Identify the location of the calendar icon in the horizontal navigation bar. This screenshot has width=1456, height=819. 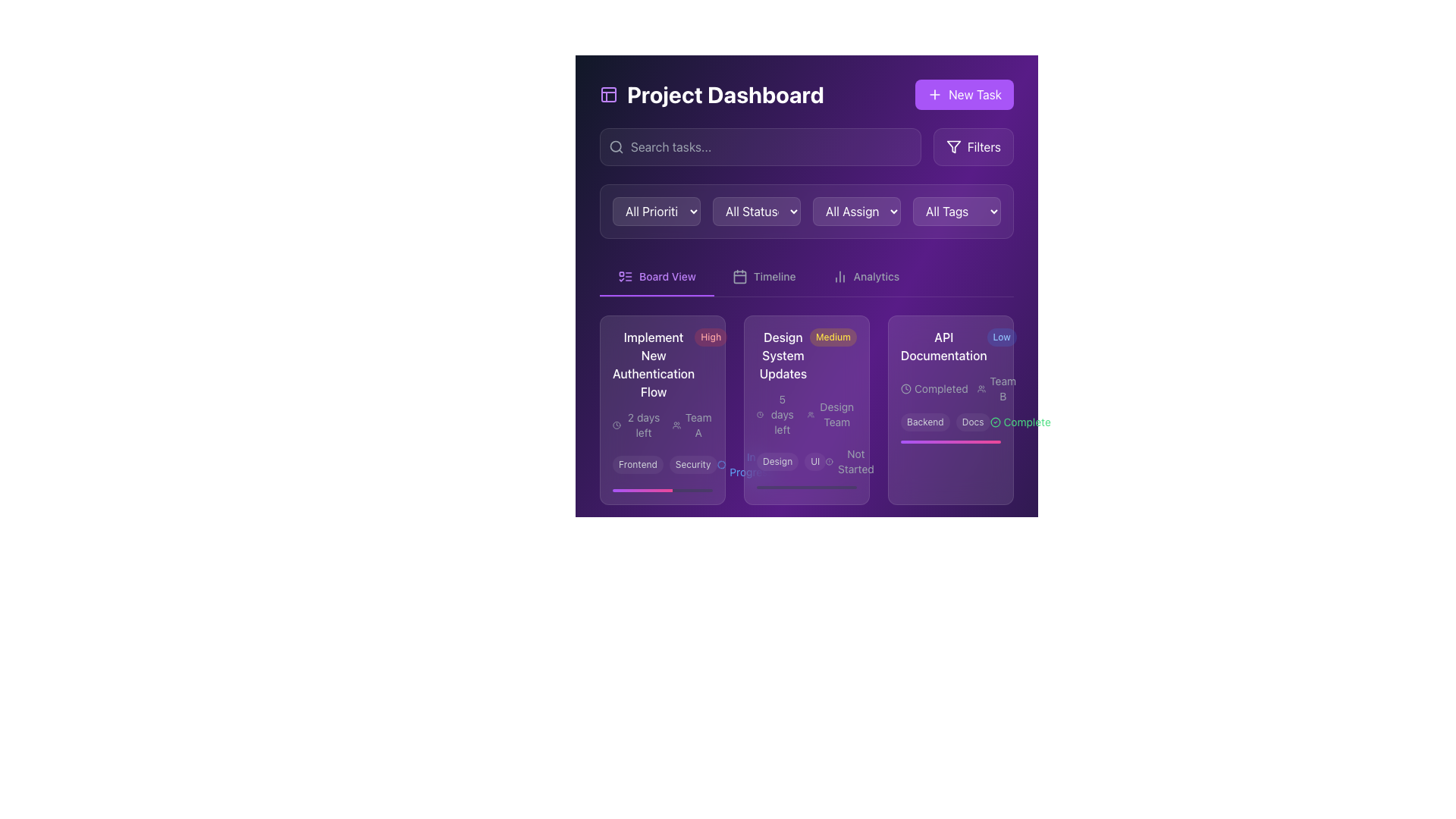
(739, 277).